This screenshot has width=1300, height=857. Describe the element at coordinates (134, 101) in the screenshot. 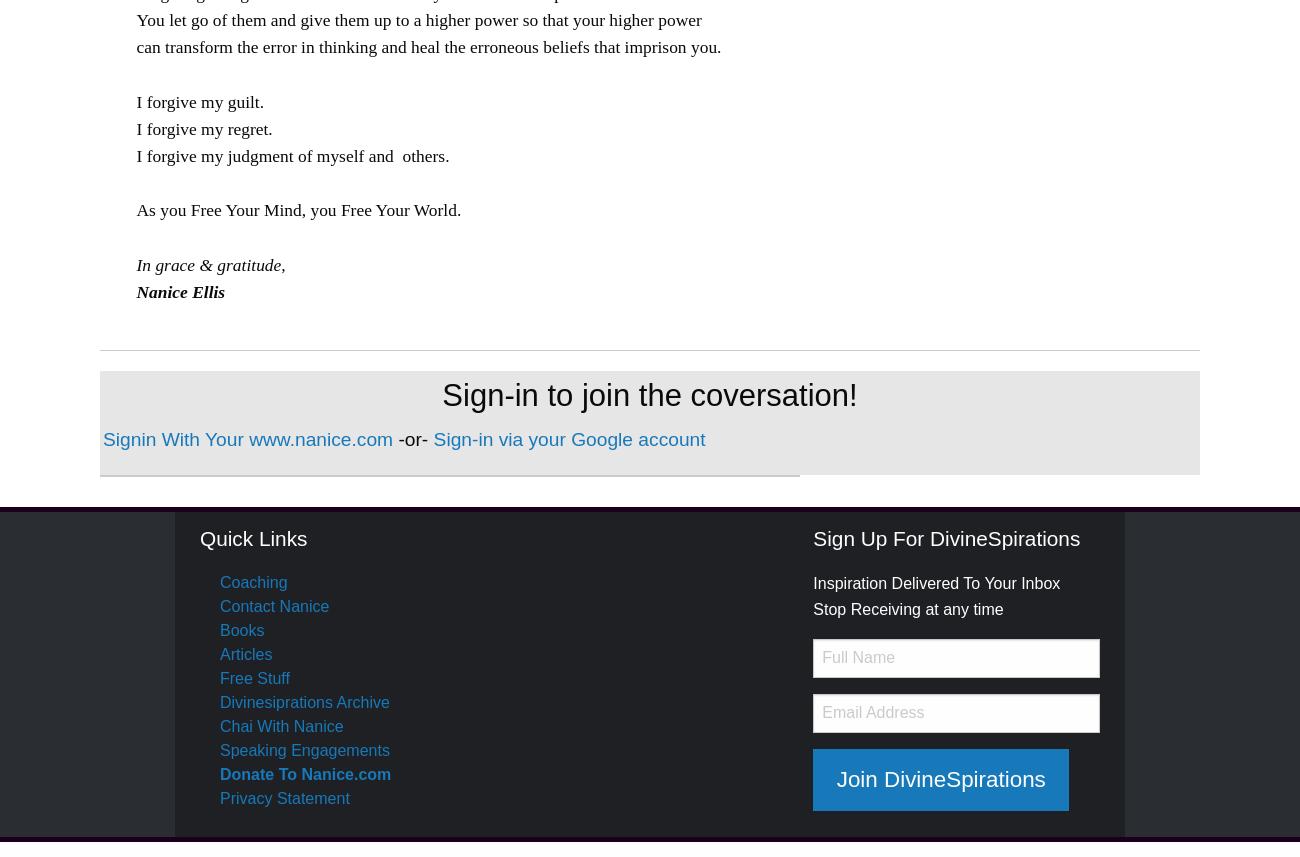

I see `'I forgive my guilt.'` at that location.